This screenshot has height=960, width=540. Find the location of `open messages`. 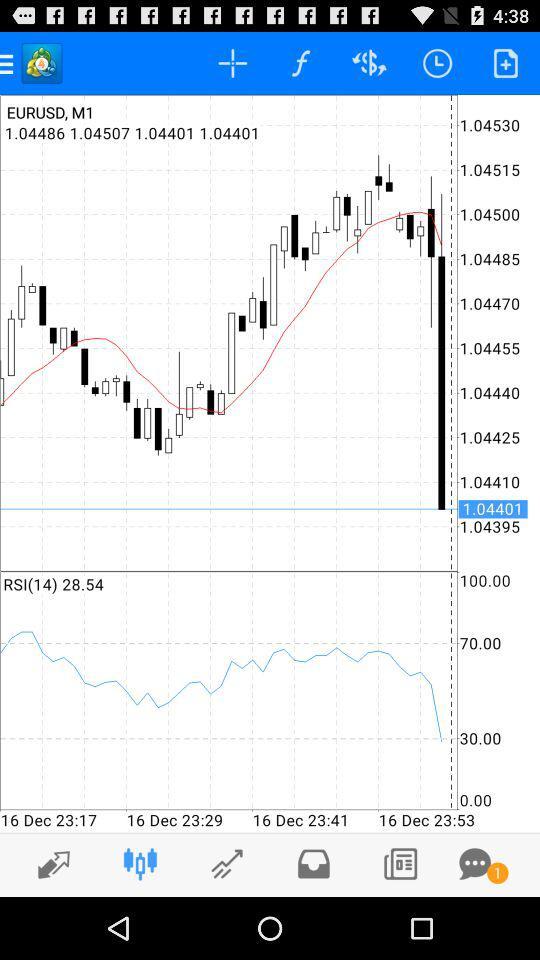

open messages is located at coordinates (474, 863).